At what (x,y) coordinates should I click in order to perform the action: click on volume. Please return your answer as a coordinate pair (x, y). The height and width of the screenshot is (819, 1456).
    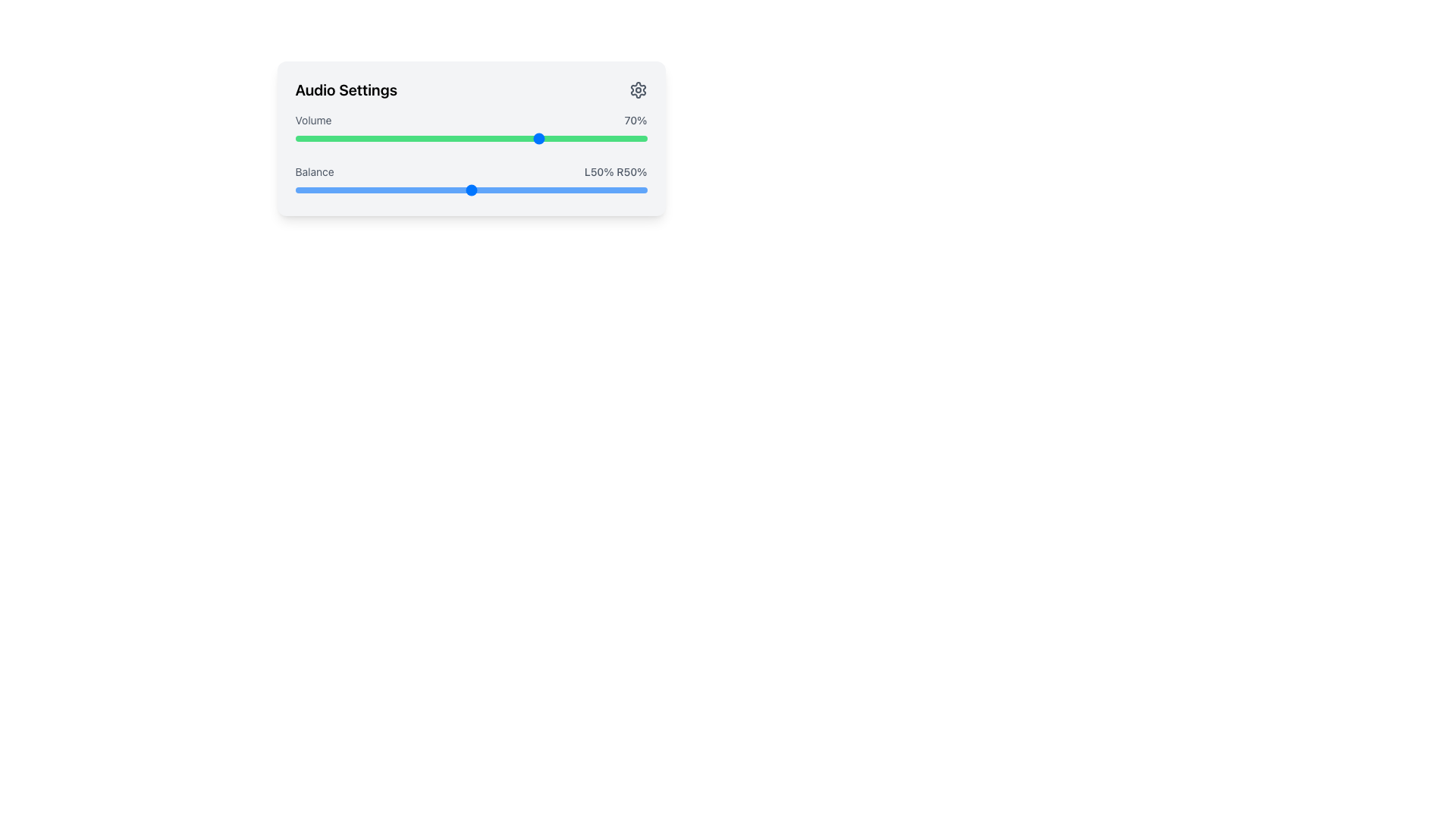
    Looking at the image, I should click on (481, 138).